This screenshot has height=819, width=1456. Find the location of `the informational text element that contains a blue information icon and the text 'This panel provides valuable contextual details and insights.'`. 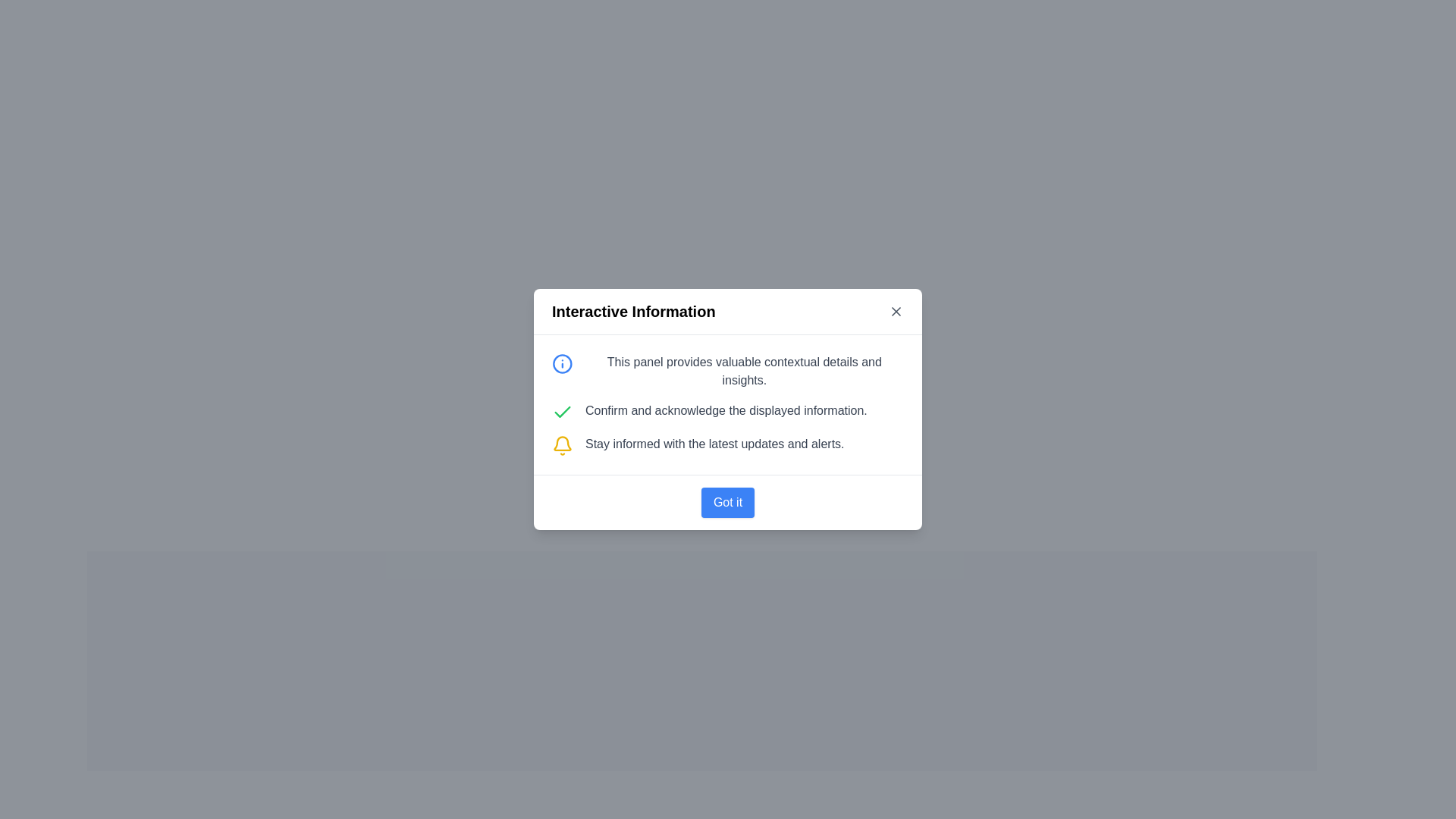

the informational text element that contains a blue information icon and the text 'This panel provides valuable contextual details and insights.' is located at coordinates (728, 371).